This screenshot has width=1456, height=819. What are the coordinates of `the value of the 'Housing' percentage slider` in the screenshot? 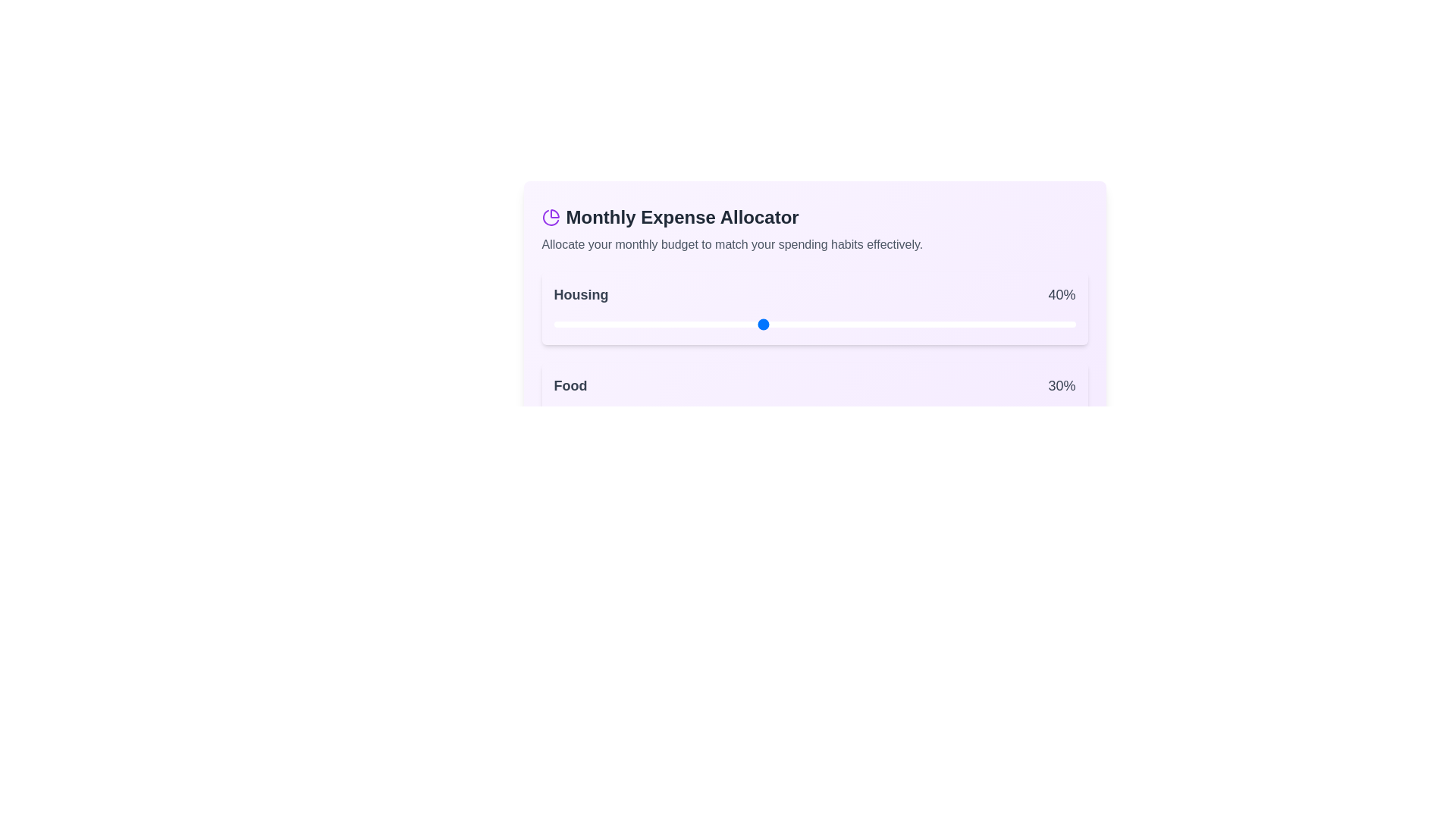 It's located at (622, 324).